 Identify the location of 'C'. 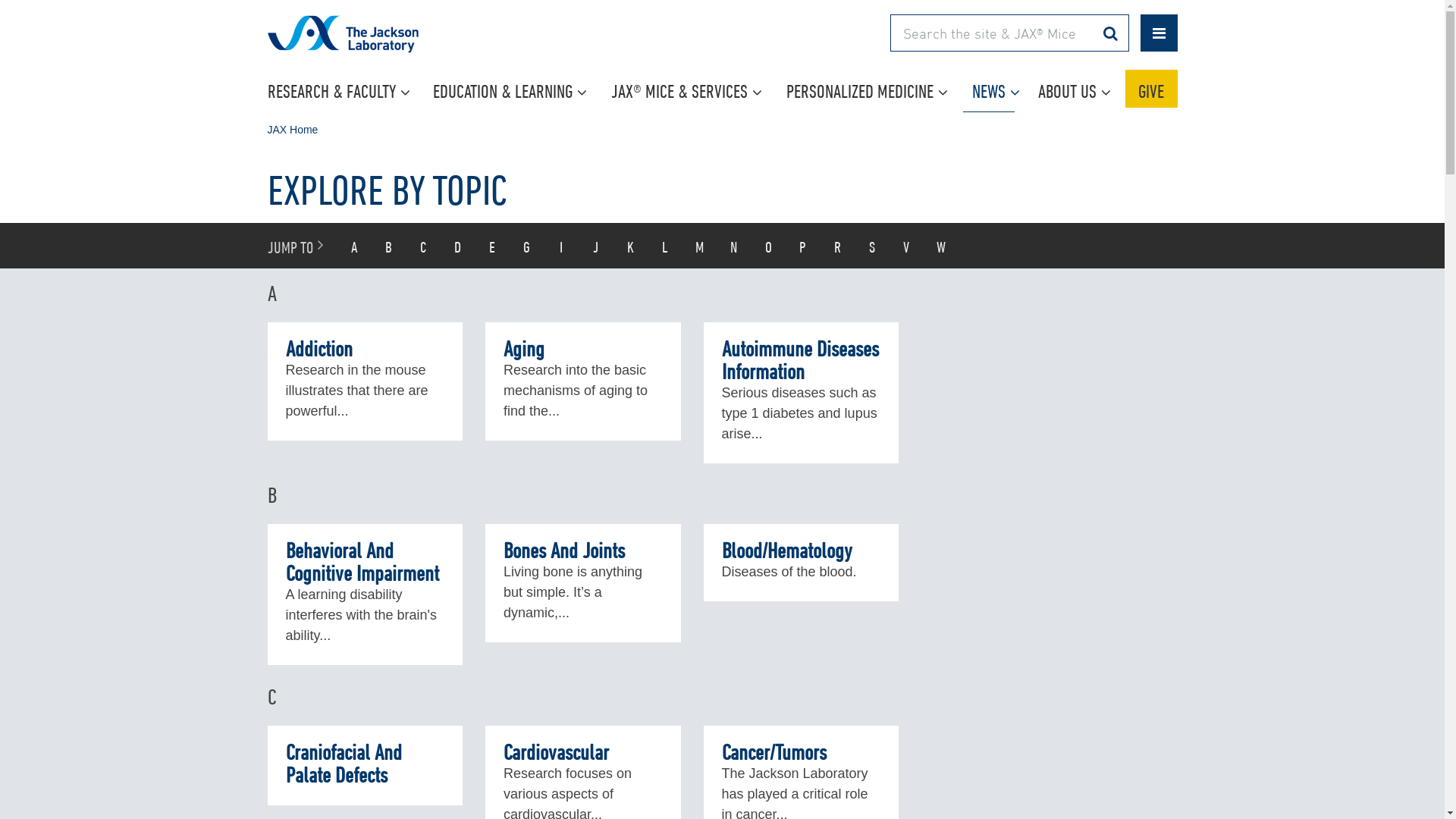
(423, 245).